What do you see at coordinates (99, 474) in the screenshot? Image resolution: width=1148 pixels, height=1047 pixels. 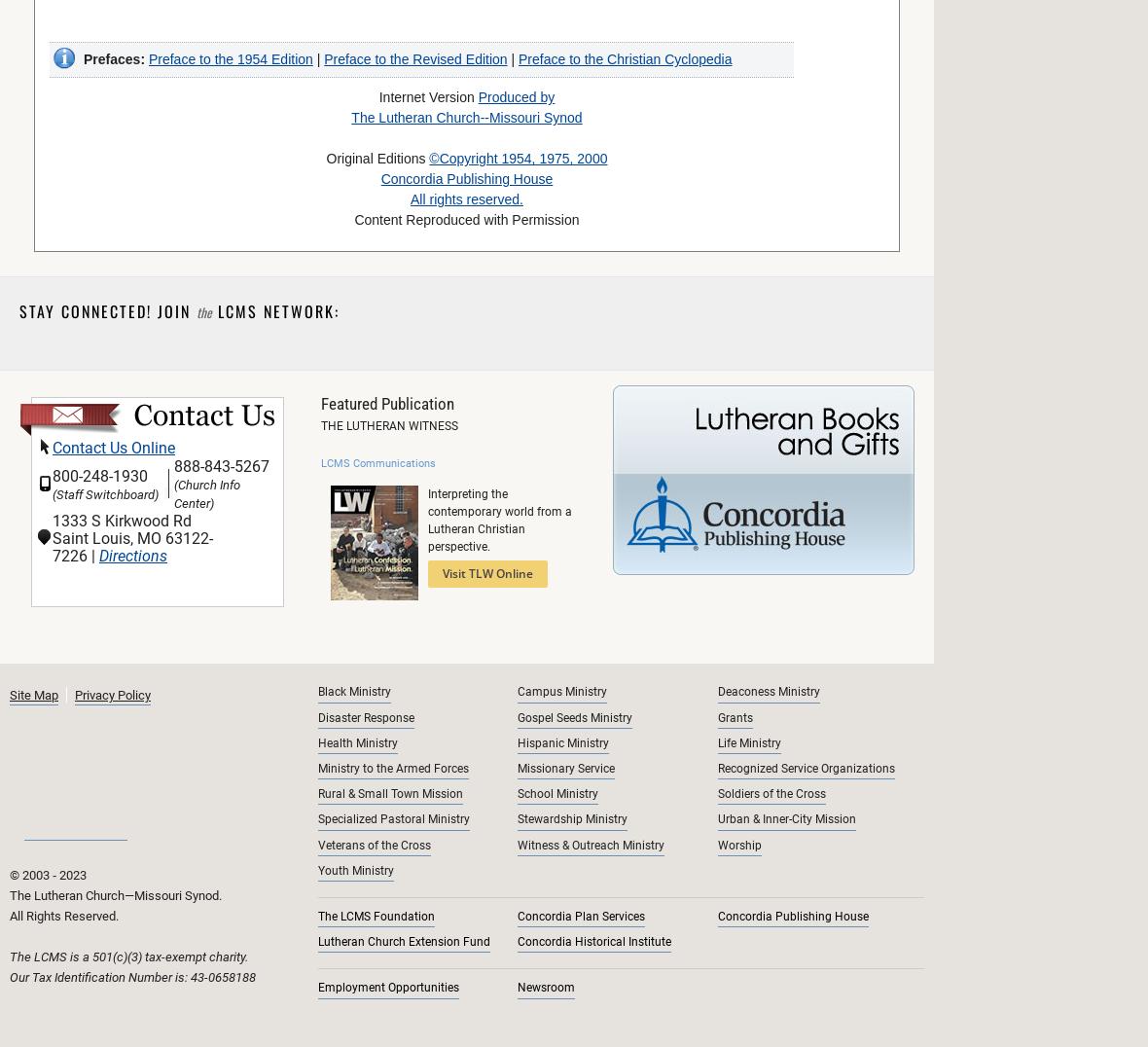 I see `'800-248-1930'` at bounding box center [99, 474].